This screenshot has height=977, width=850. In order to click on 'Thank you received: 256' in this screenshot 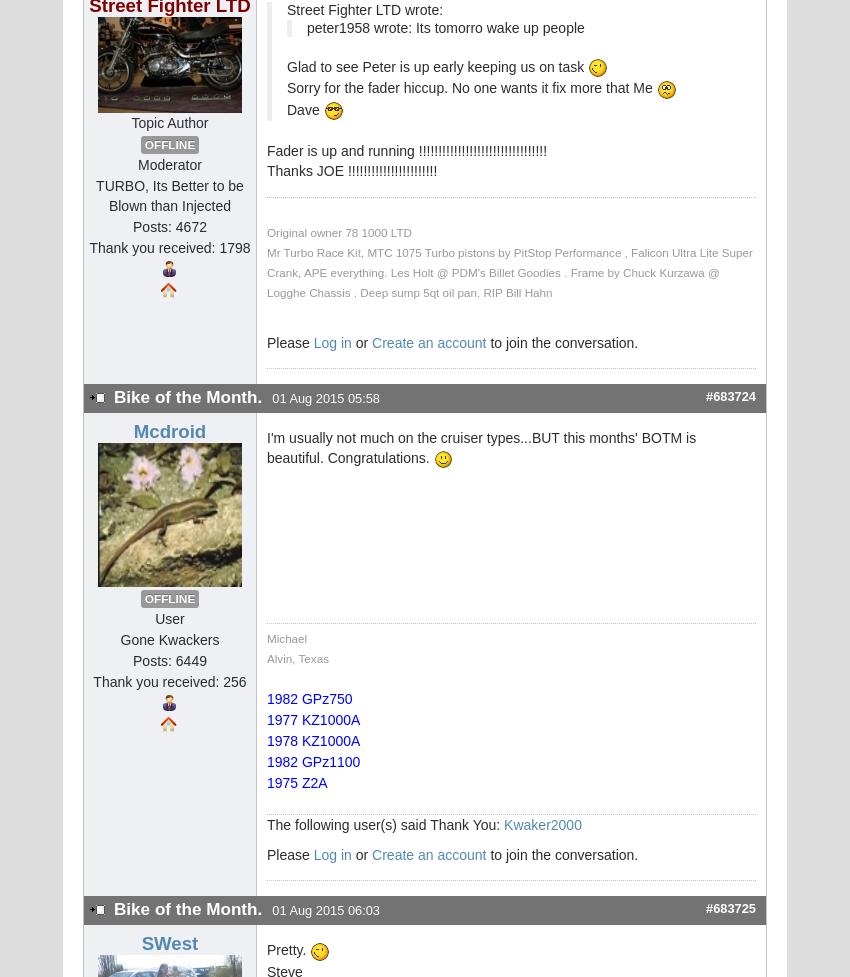, I will do `click(169, 682)`.